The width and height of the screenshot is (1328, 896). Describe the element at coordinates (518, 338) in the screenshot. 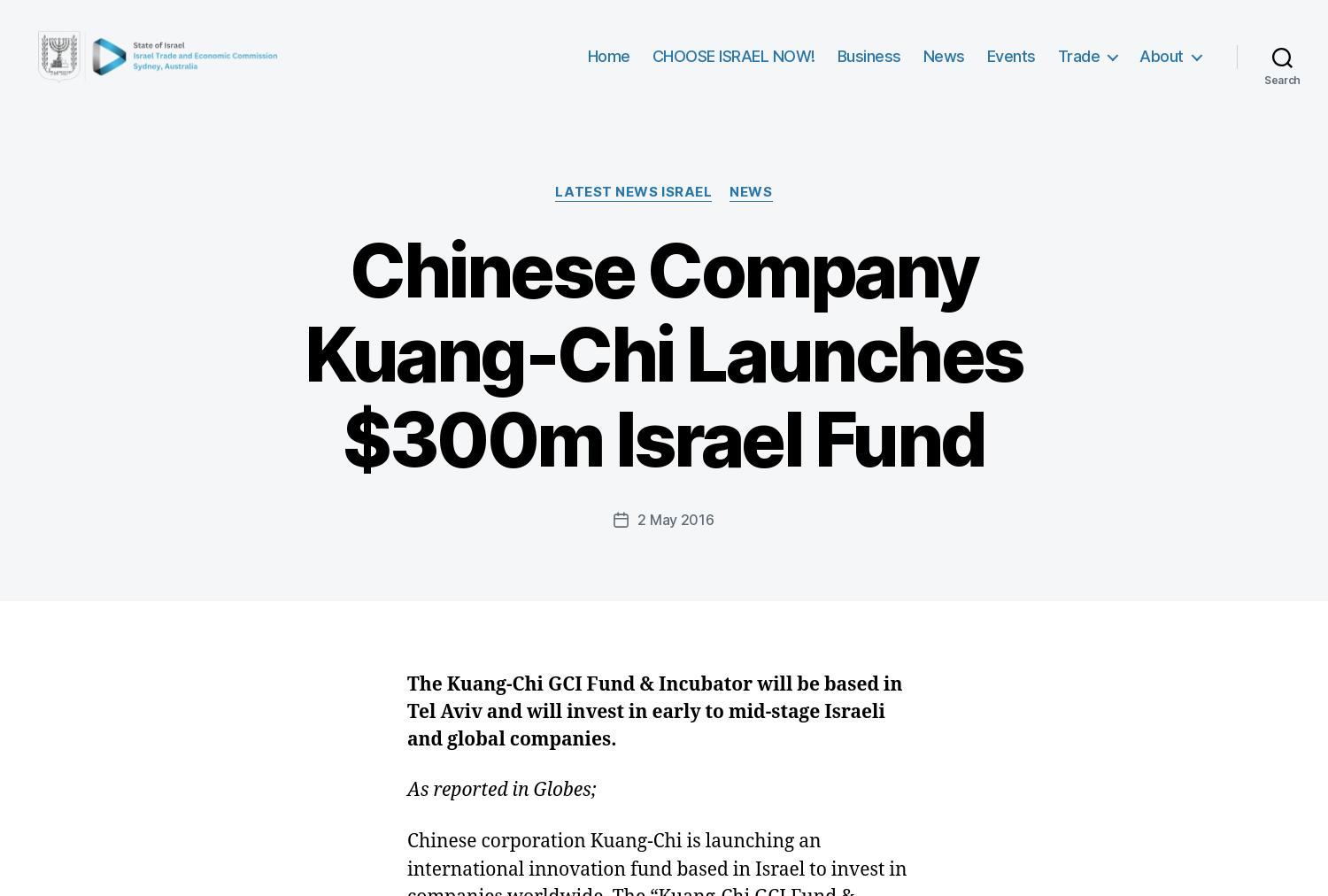

I see `'Facebook'` at that location.